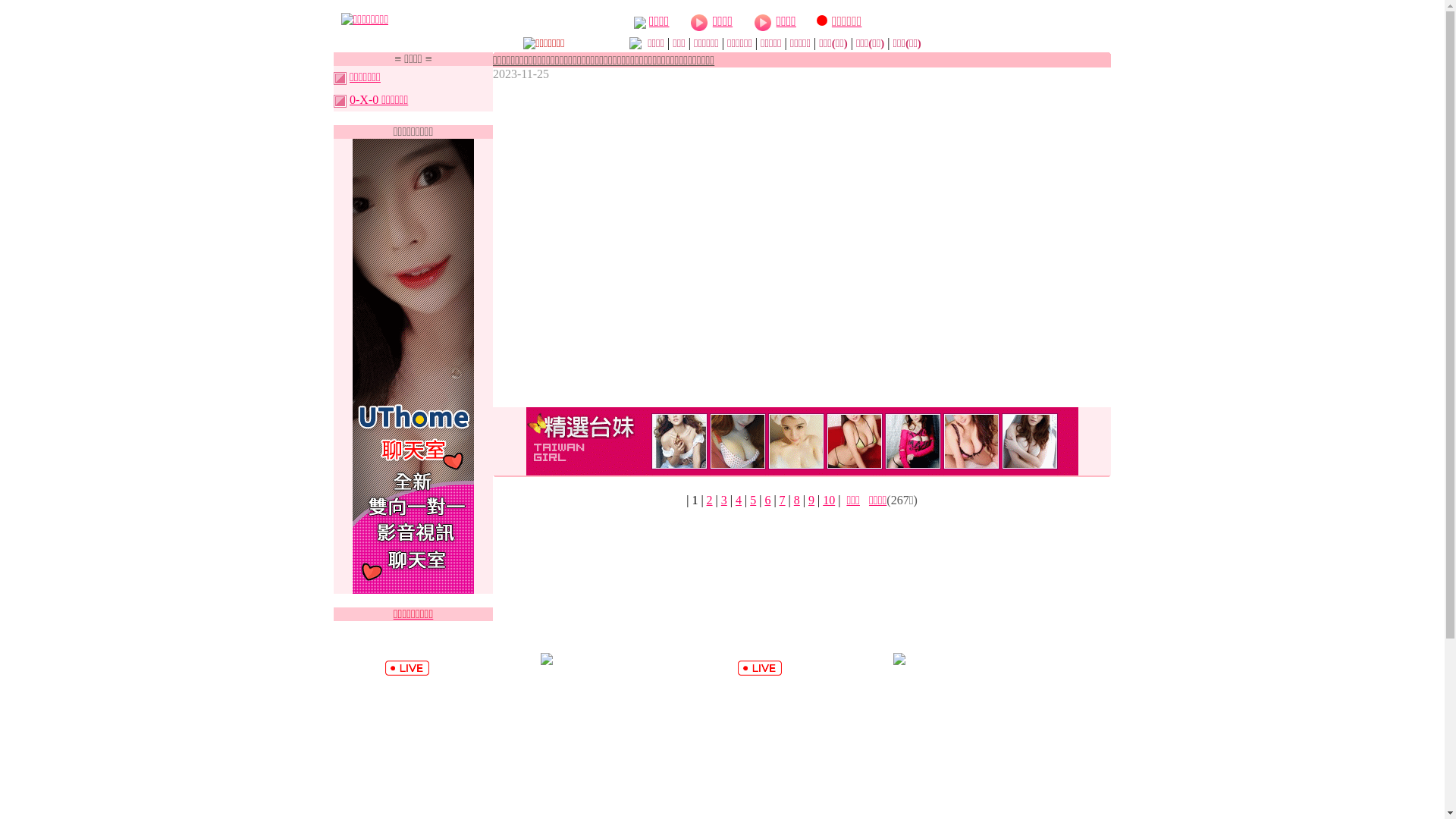 This screenshot has height=819, width=1456. What do you see at coordinates (796, 500) in the screenshot?
I see `'8'` at bounding box center [796, 500].